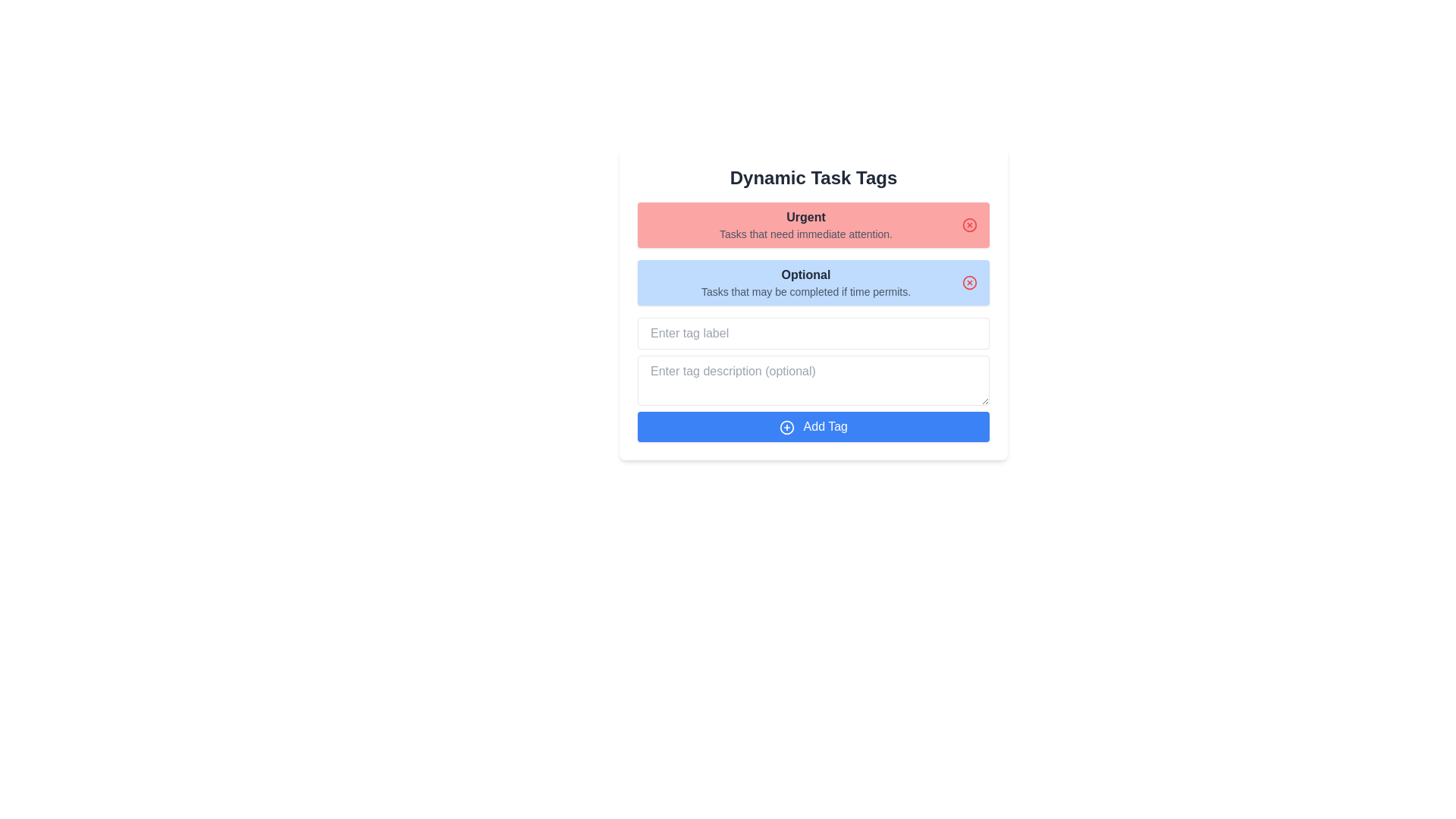 The image size is (1456, 819). What do you see at coordinates (813, 304) in the screenshot?
I see `the dynamic task categorization component` at bounding box center [813, 304].